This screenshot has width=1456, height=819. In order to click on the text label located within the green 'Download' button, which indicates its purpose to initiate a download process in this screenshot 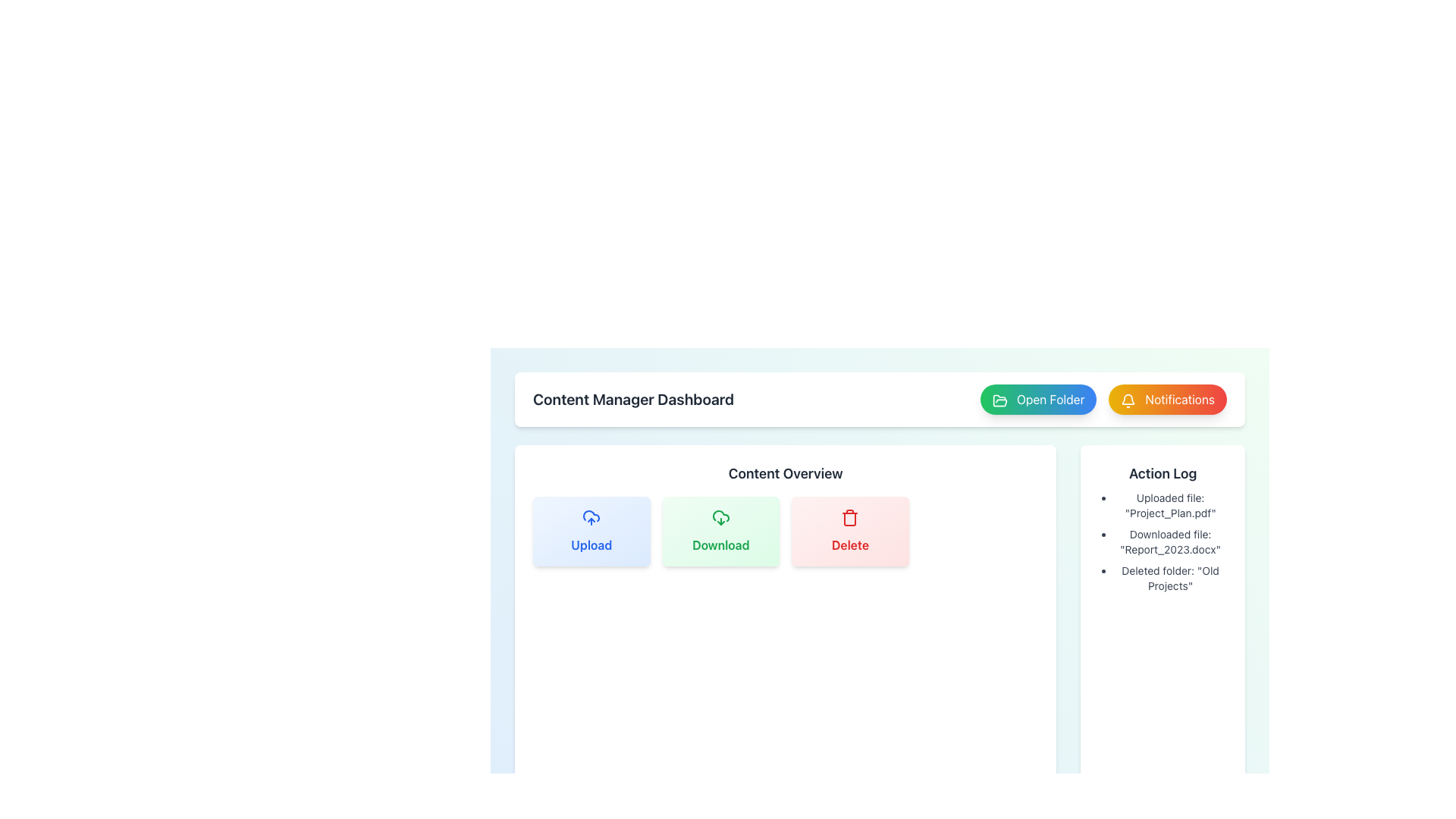, I will do `click(720, 544)`.